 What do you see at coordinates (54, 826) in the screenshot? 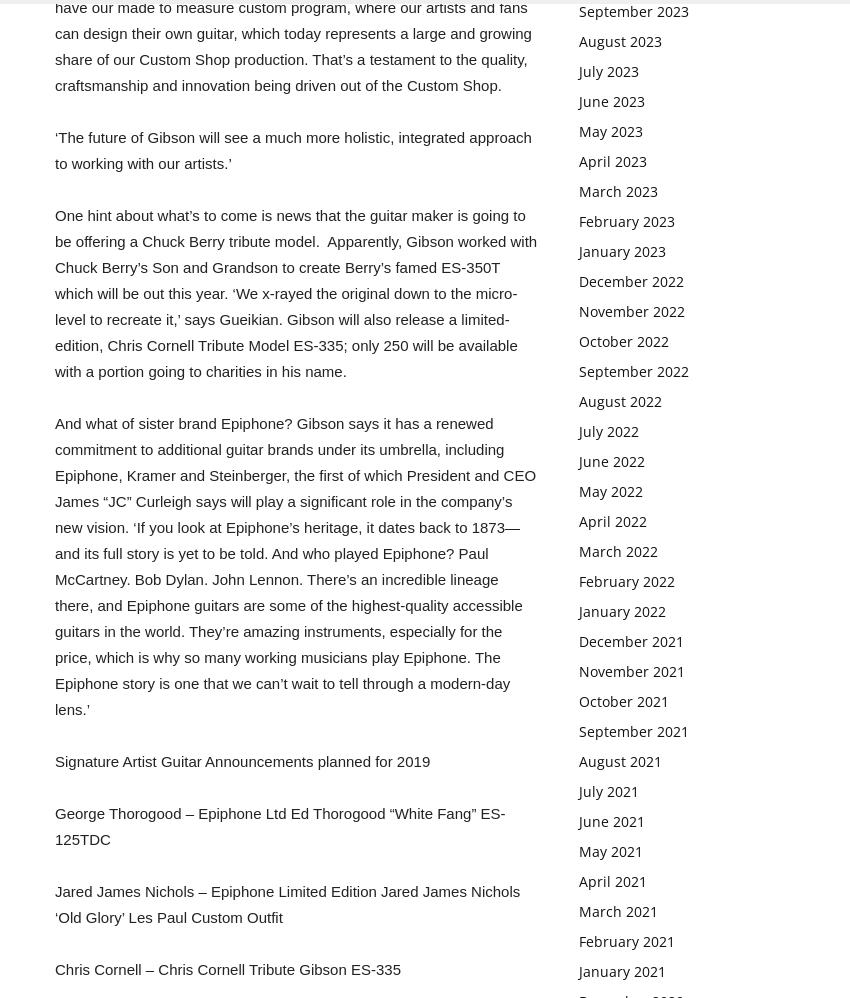
I see `'George Thorogood – Epiphone Ltd Ed Thorogood “White Fang” ES-125TDC'` at bounding box center [54, 826].